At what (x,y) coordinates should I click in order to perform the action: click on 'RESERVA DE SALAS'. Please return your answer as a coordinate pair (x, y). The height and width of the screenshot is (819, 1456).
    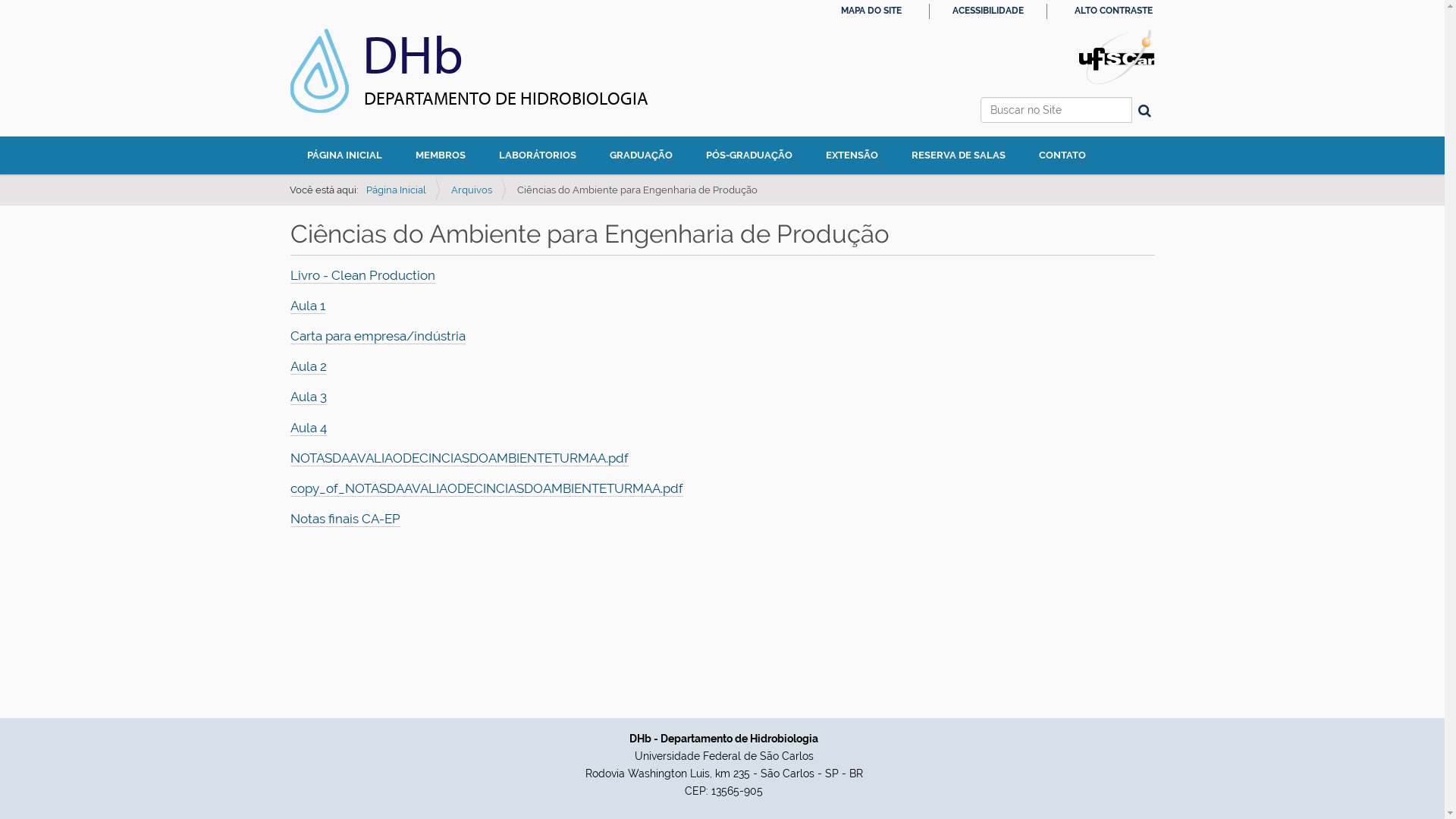
    Looking at the image, I should click on (957, 155).